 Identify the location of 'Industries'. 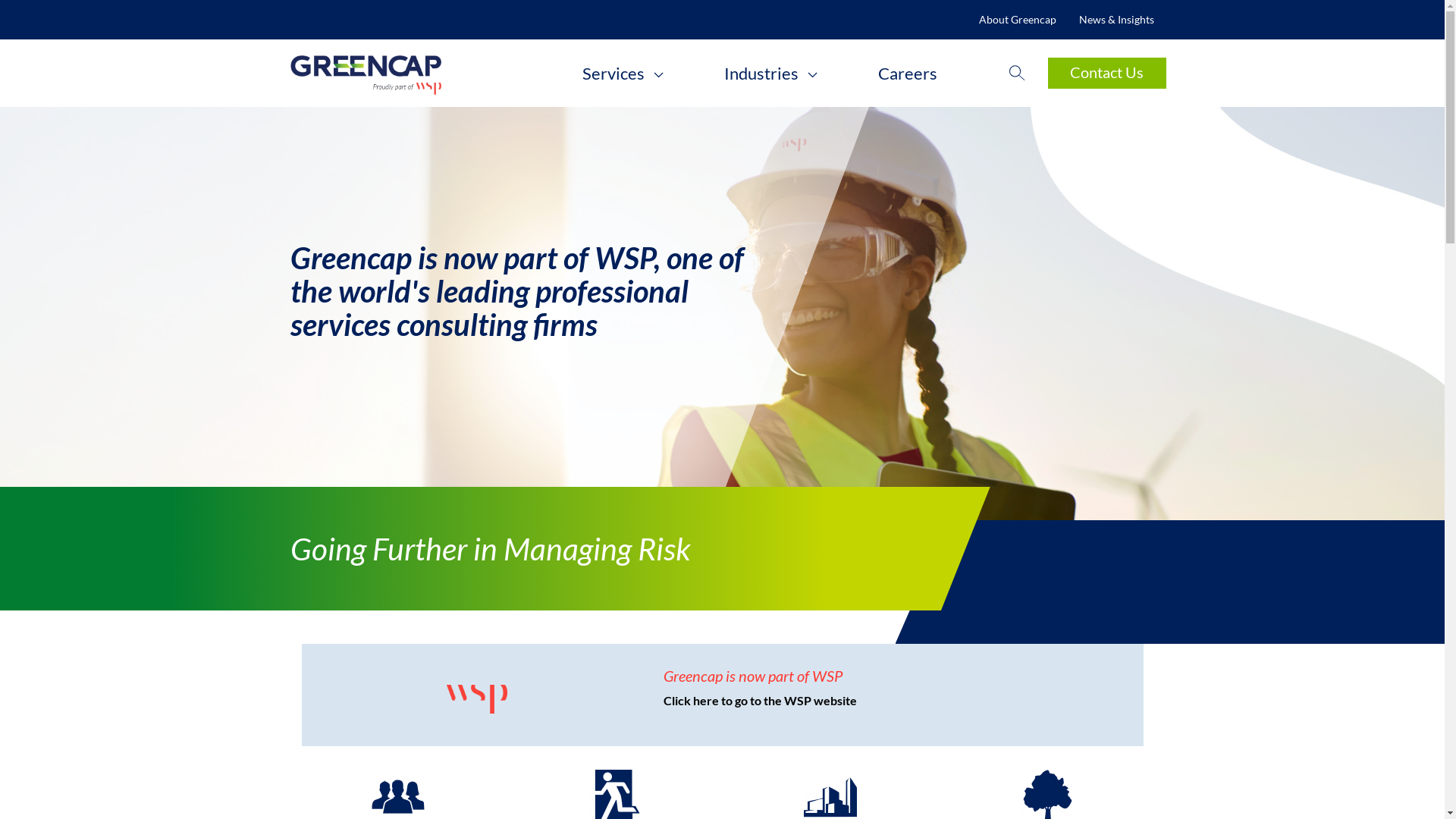
(770, 73).